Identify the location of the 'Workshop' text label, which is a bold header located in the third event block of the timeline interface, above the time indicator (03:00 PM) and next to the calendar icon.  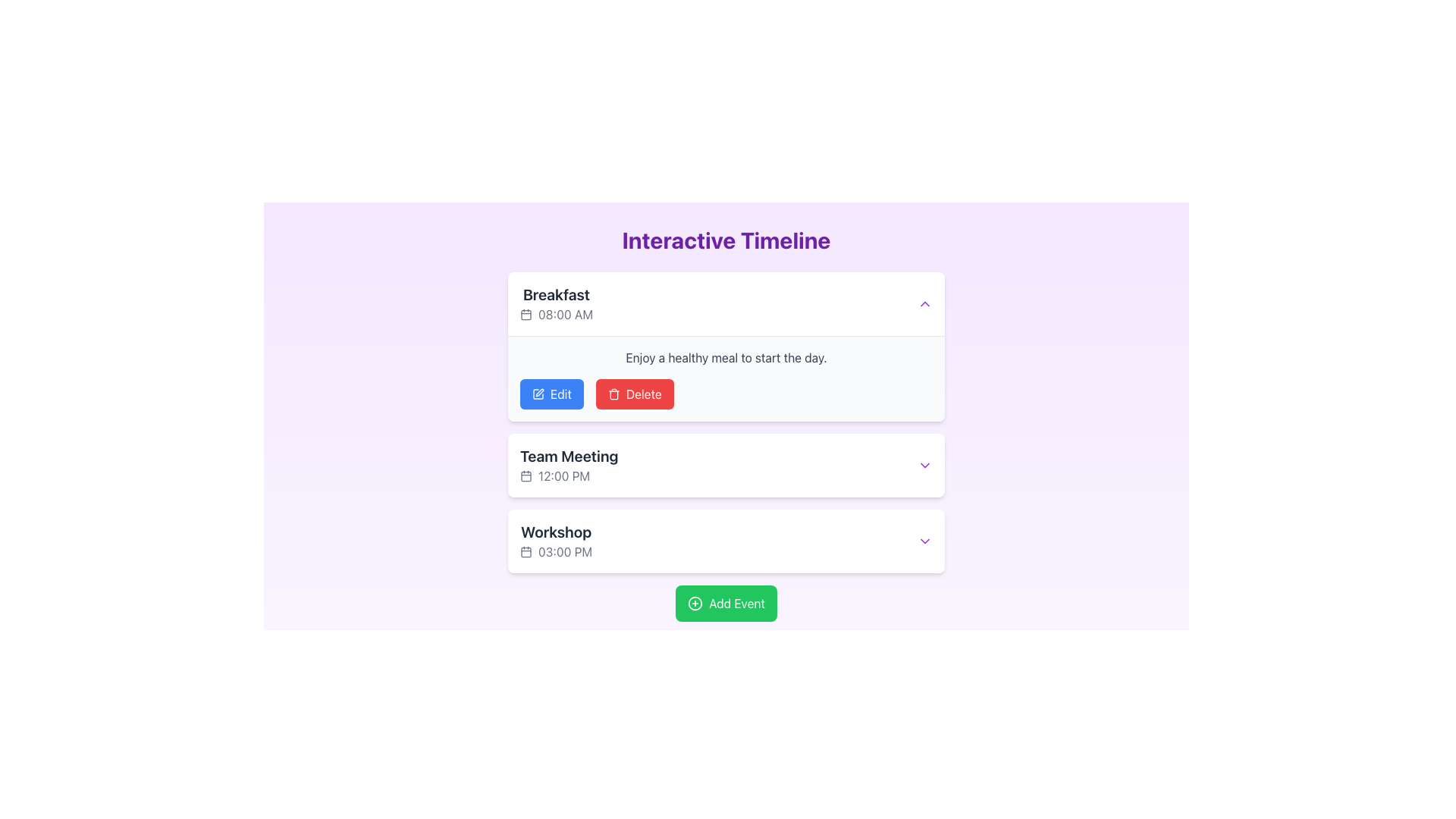
(555, 532).